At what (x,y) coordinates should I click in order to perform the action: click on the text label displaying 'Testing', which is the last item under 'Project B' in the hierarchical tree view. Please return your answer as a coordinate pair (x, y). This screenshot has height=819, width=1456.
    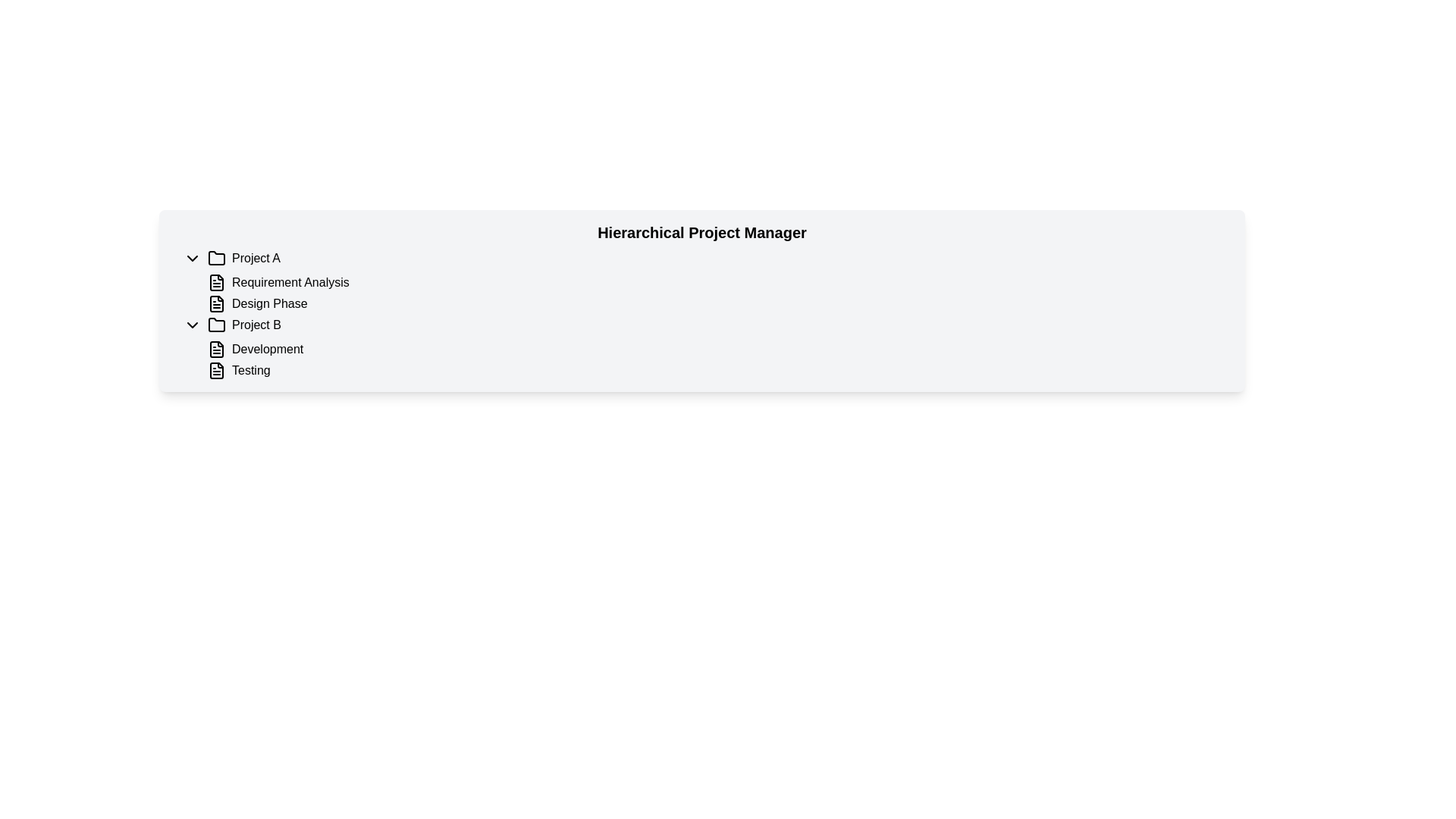
    Looking at the image, I should click on (251, 371).